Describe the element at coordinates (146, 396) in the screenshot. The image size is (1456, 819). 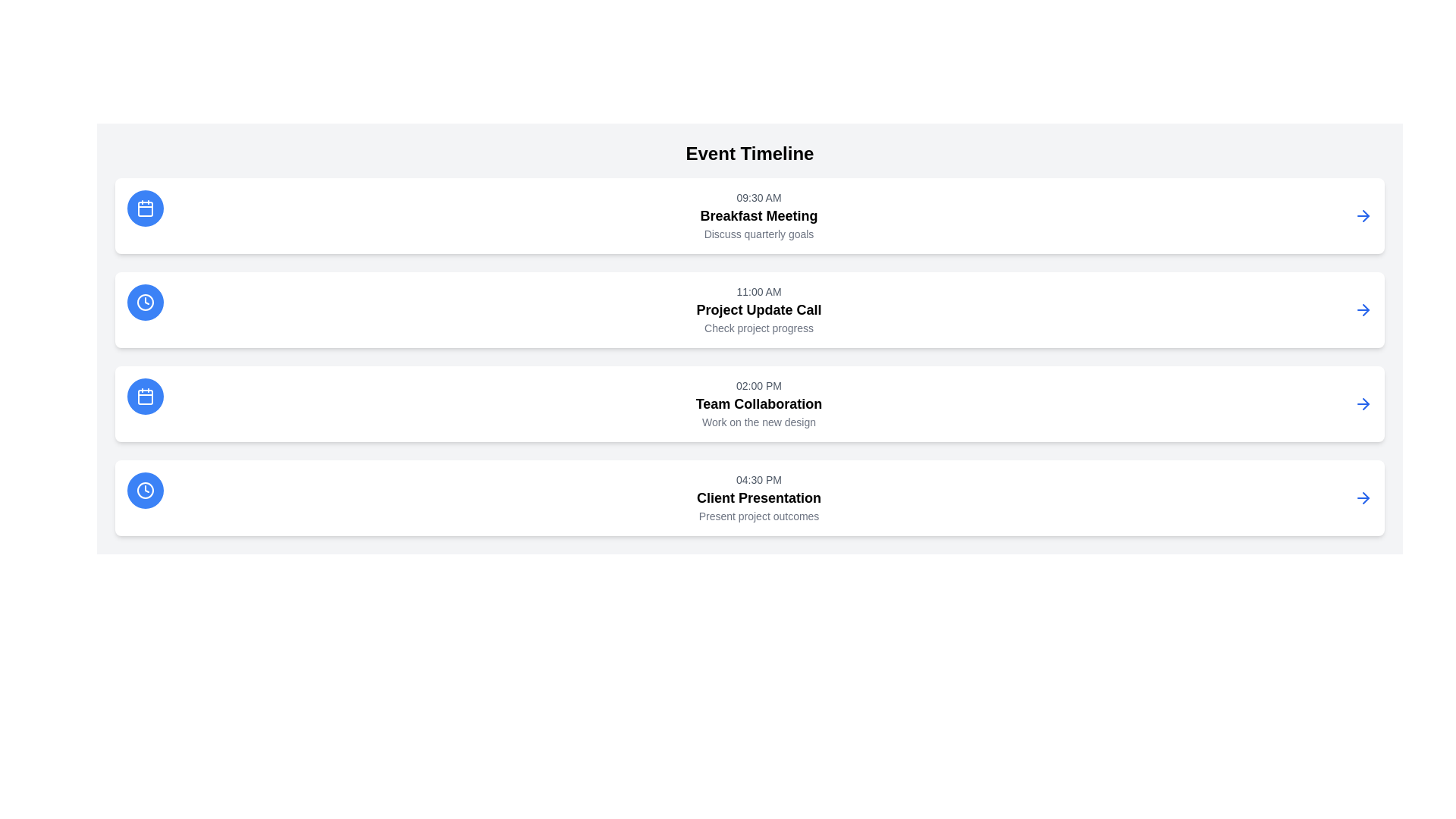
I see `the leftmost icon in the third event card from the top, which indicates a calendar-related event, positioned to the left of the text '02:00 PM', 'Team Collaboration', and 'Work on the new design'` at that location.